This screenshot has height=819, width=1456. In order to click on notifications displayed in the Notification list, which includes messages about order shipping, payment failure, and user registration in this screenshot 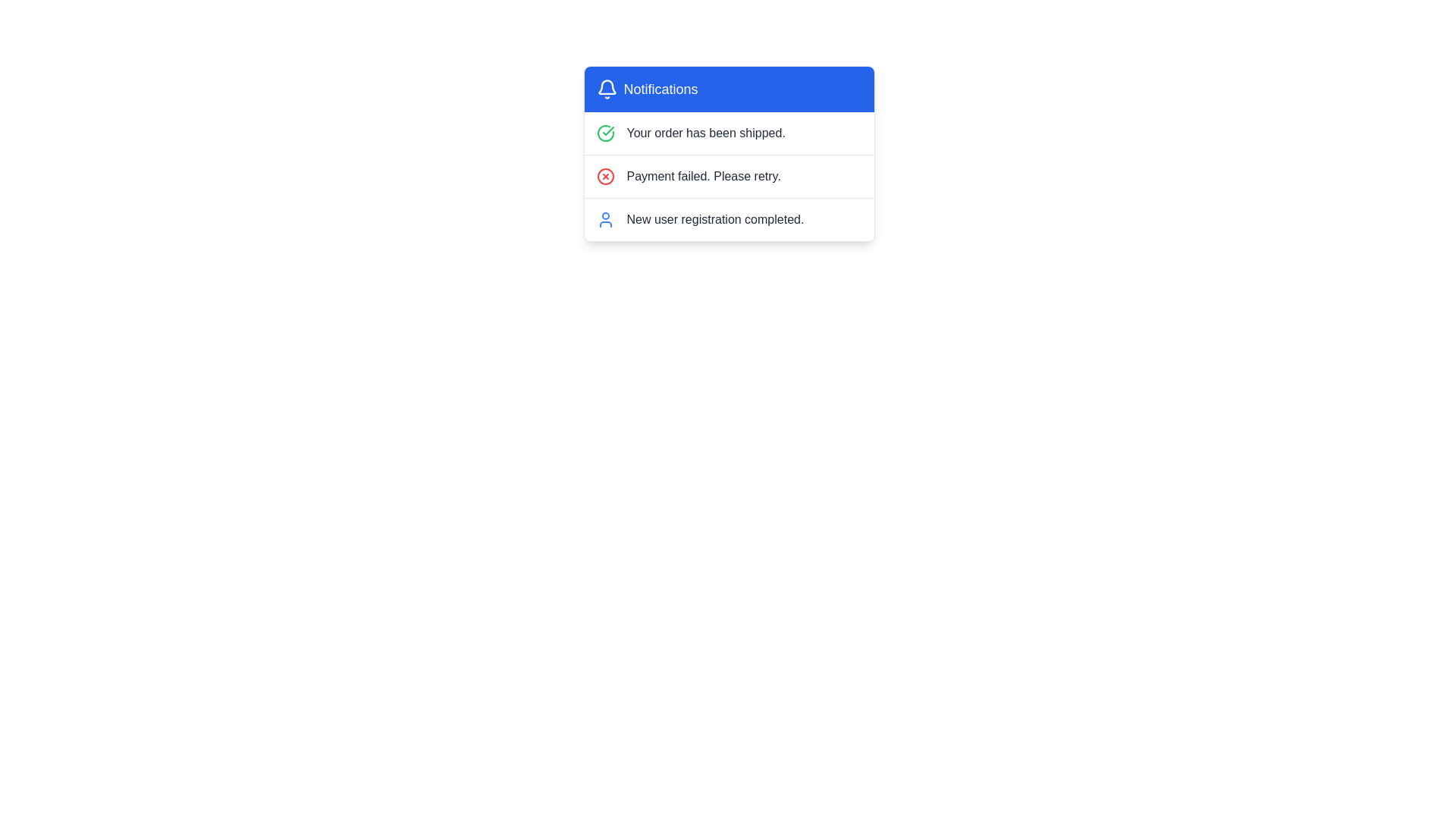, I will do `click(729, 175)`.